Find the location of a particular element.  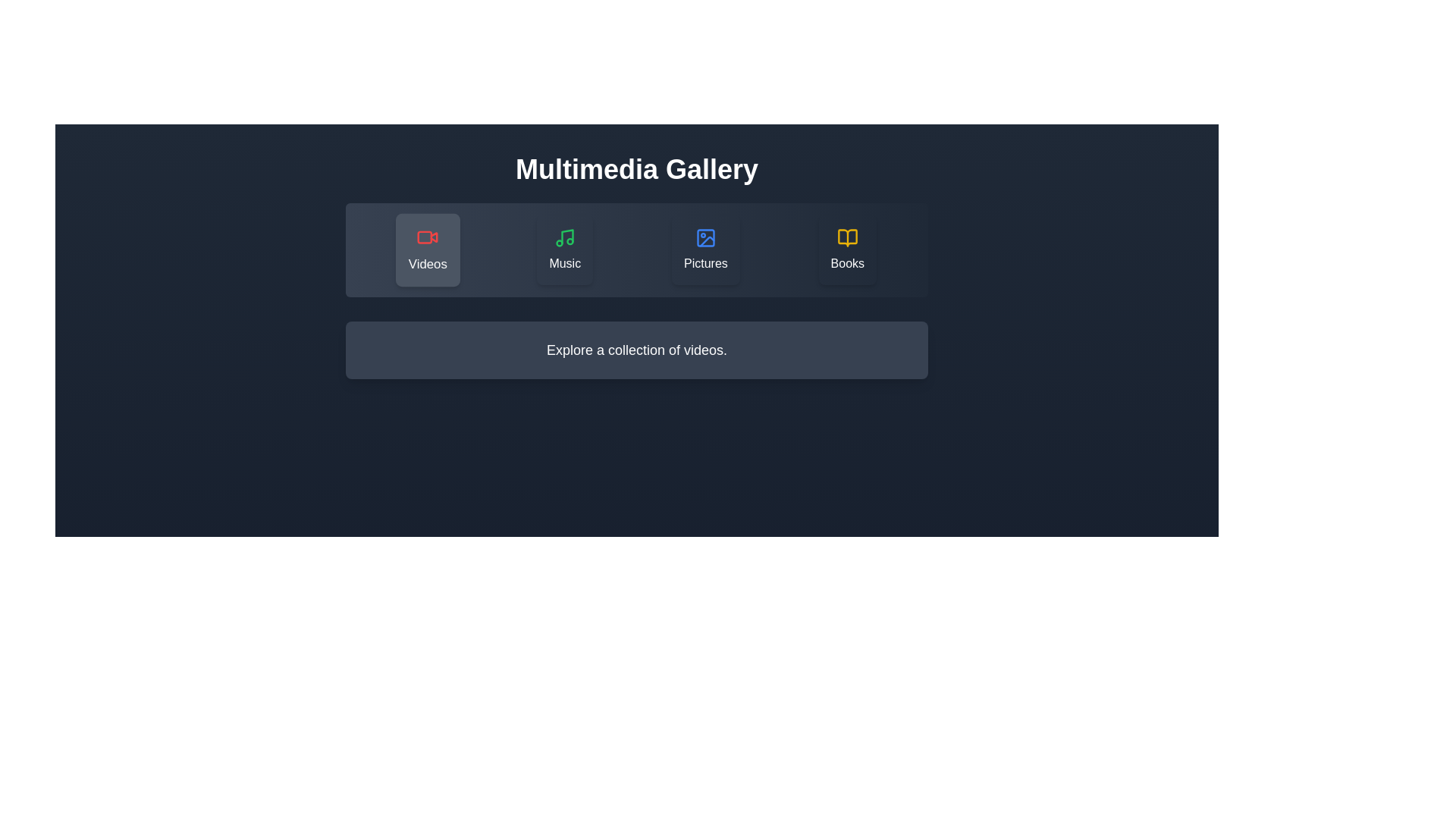

the Music category by clicking the corresponding button is located at coordinates (563, 249).